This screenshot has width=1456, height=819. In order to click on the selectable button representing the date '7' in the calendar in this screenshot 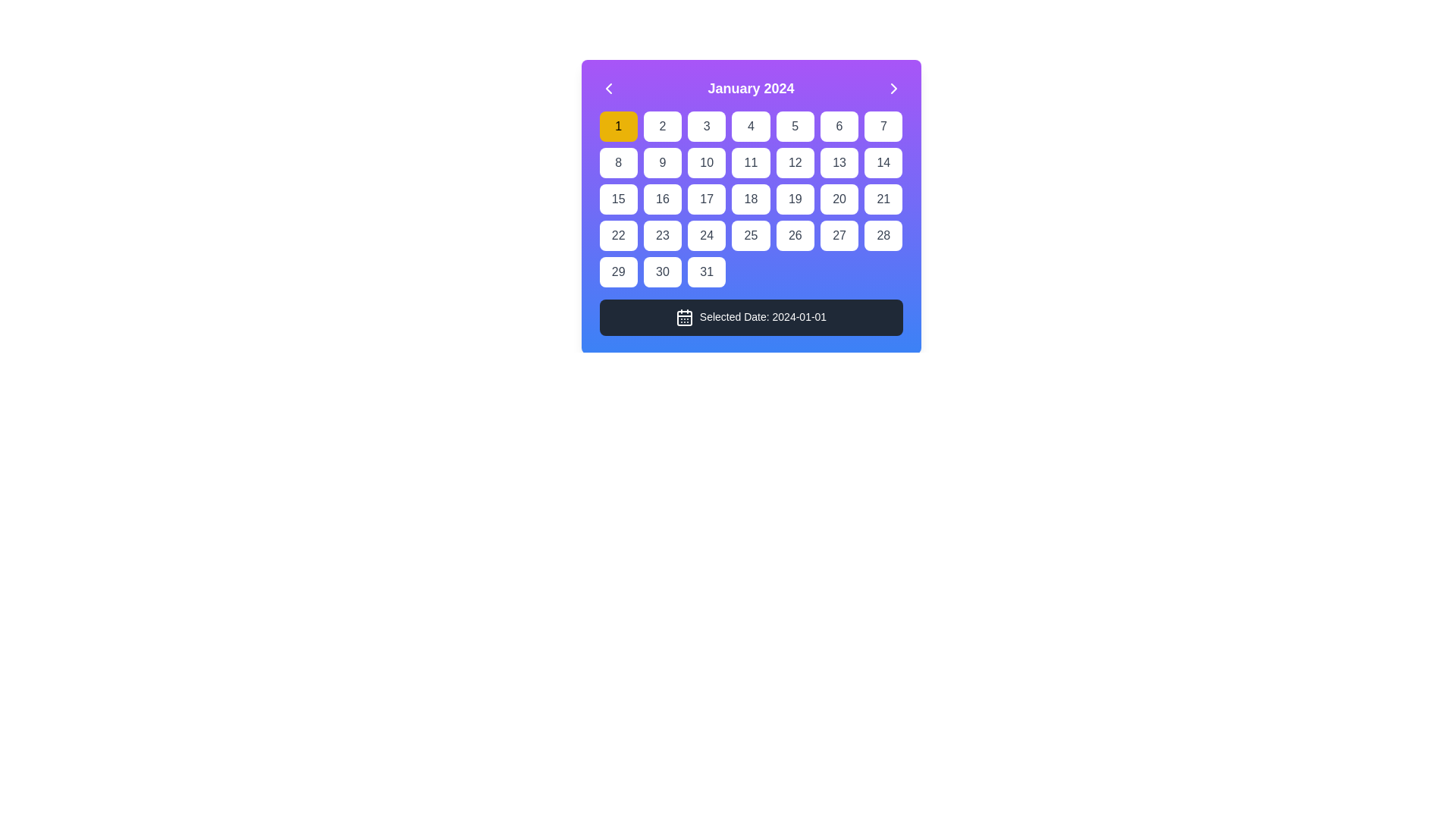, I will do `click(883, 125)`.